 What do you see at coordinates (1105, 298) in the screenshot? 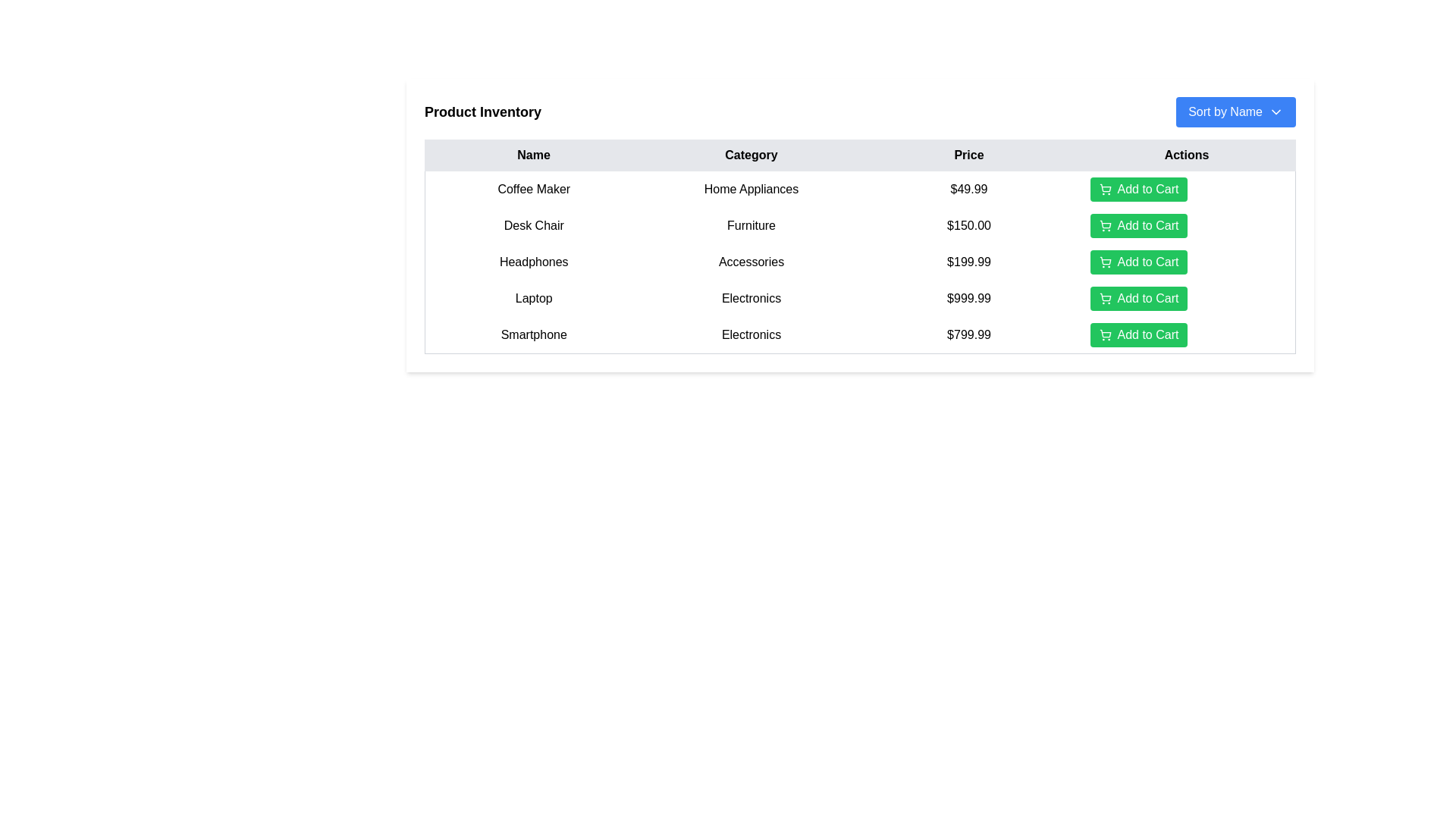
I see `the 'Add to Cart' icon for the Laptop product located in the fourth row of the 'Product Inventory' table` at bounding box center [1105, 298].